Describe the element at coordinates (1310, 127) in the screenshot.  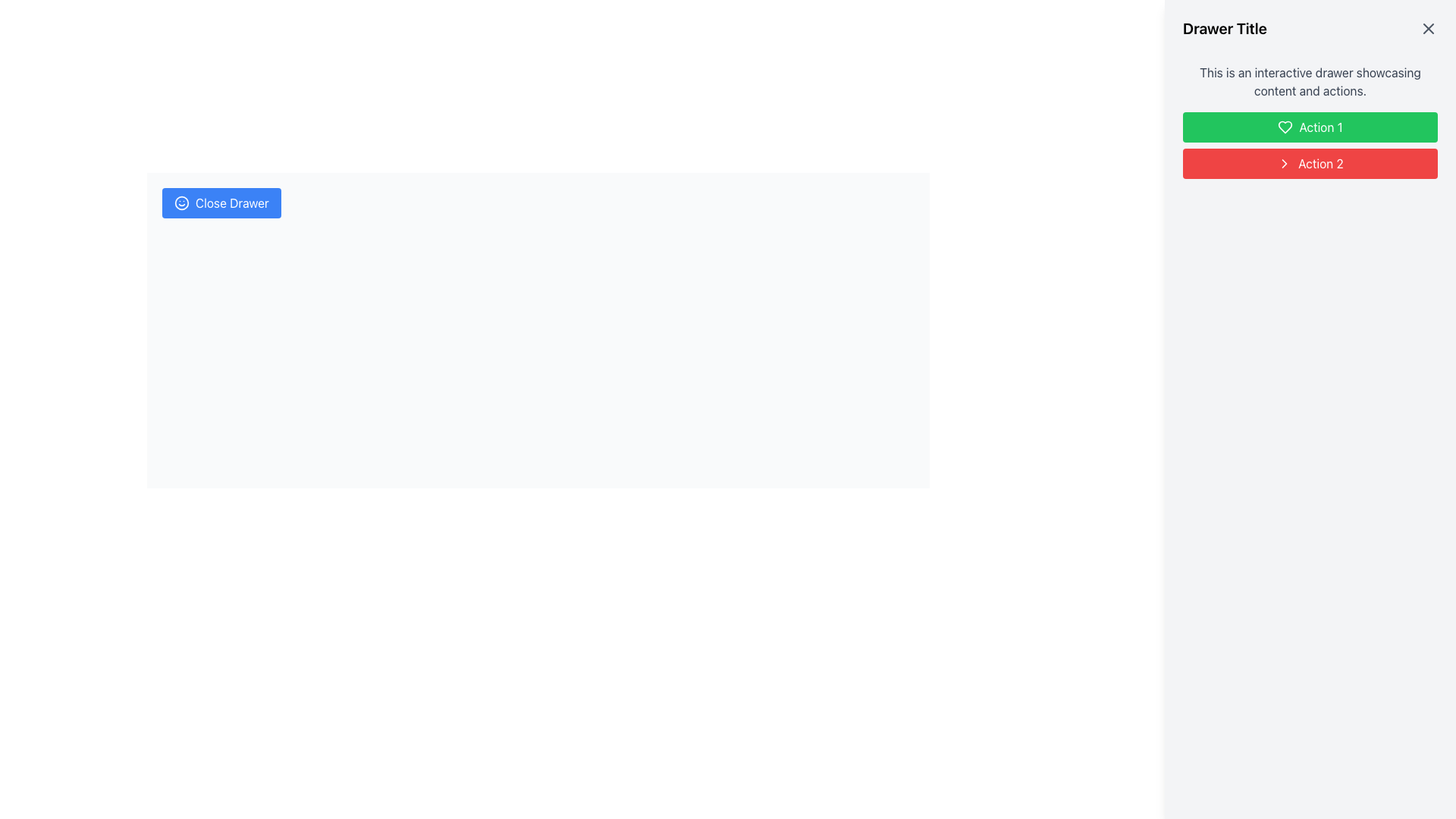
I see `the green rectangular button labeled 'Action 1' with a white heart icon` at that location.